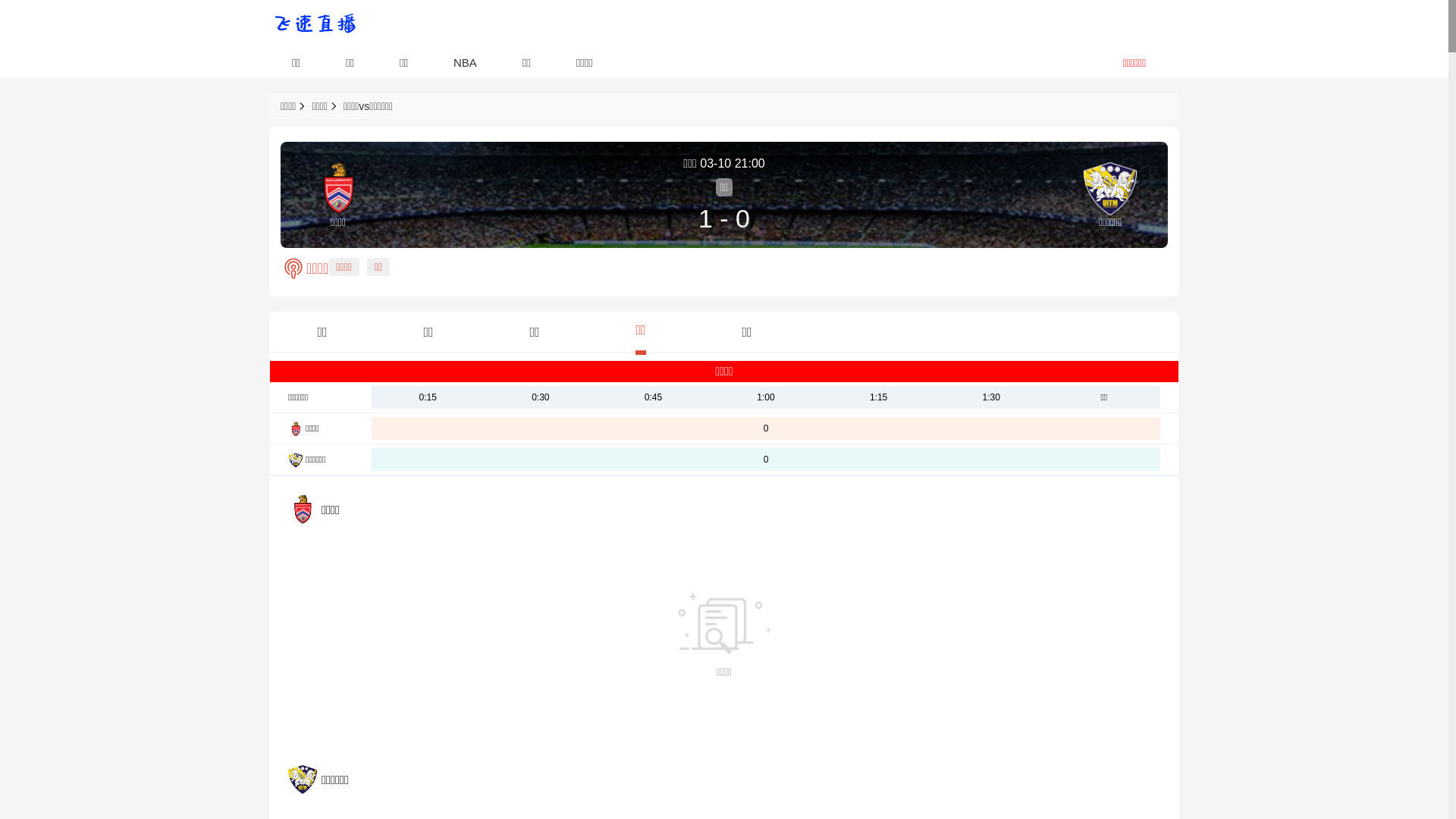  Describe the element at coordinates (464, 61) in the screenshot. I see `'NBA'` at that location.